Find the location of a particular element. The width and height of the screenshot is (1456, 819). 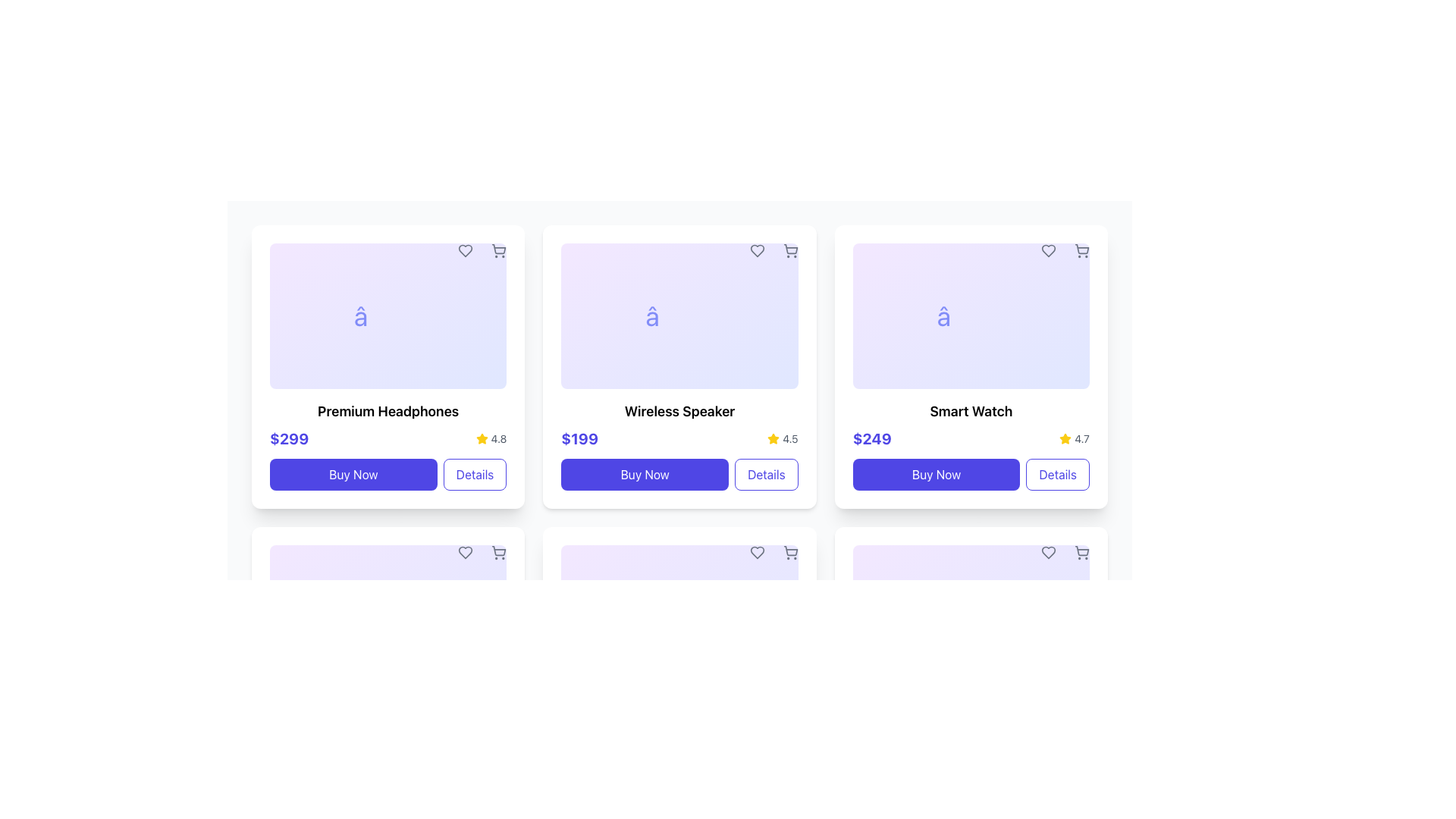

the heart-shaped button in the top-right corner of the 'Wireless Speaker' product card to change its appearance is located at coordinates (757, 250).